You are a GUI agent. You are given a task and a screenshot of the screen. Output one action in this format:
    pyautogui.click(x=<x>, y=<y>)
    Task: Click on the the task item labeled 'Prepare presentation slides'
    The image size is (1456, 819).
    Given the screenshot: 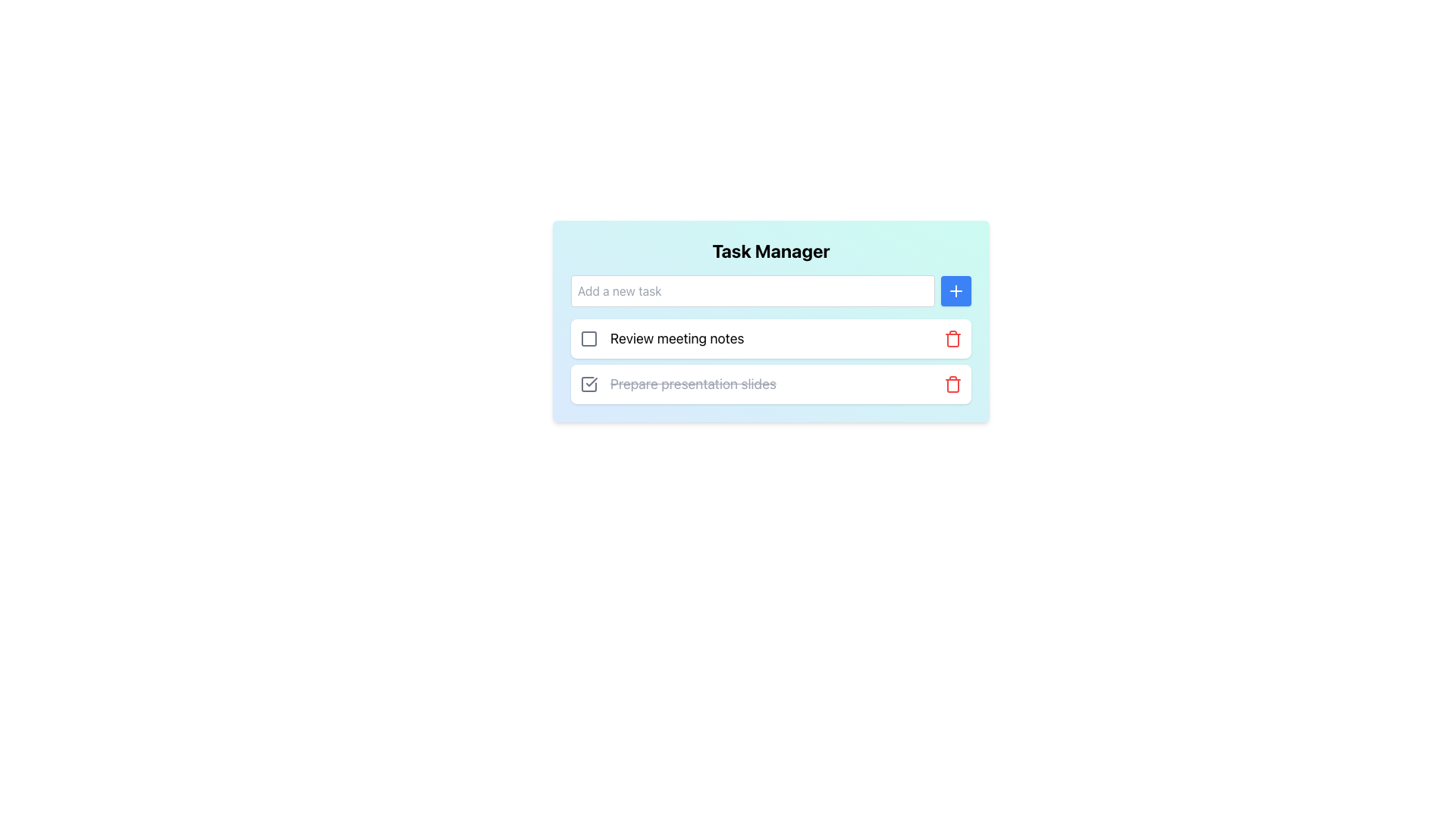 What is the action you would take?
    pyautogui.click(x=771, y=383)
    